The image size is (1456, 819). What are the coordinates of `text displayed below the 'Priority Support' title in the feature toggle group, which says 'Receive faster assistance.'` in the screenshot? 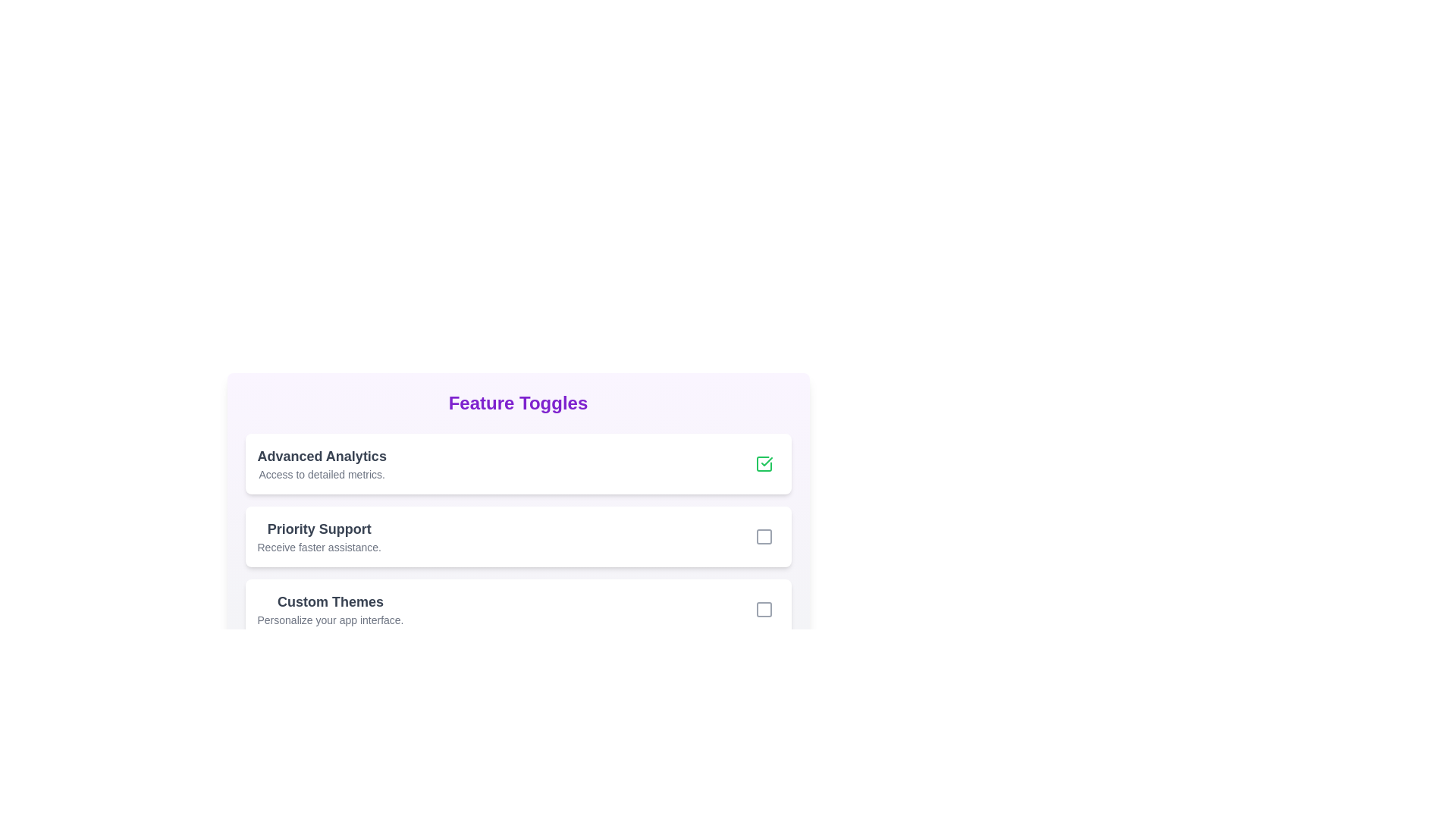 It's located at (318, 547).